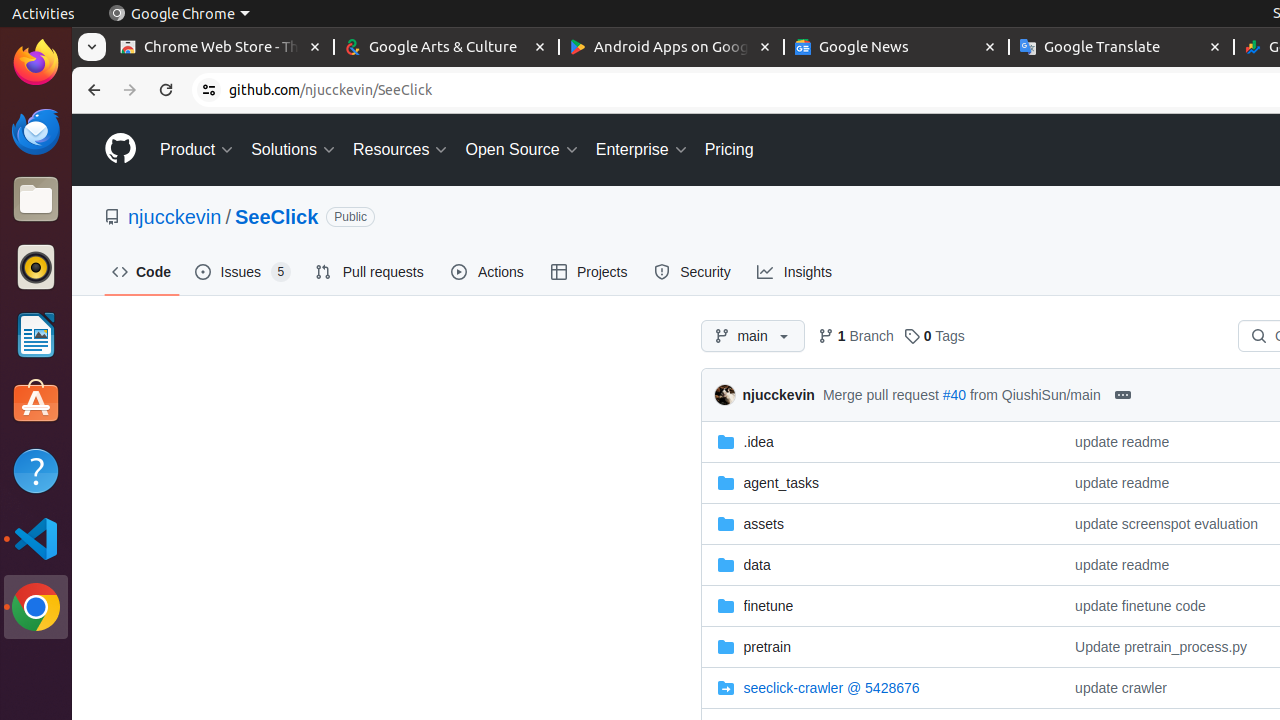  What do you see at coordinates (642, 148) in the screenshot?
I see `'Enterprise'` at bounding box center [642, 148].